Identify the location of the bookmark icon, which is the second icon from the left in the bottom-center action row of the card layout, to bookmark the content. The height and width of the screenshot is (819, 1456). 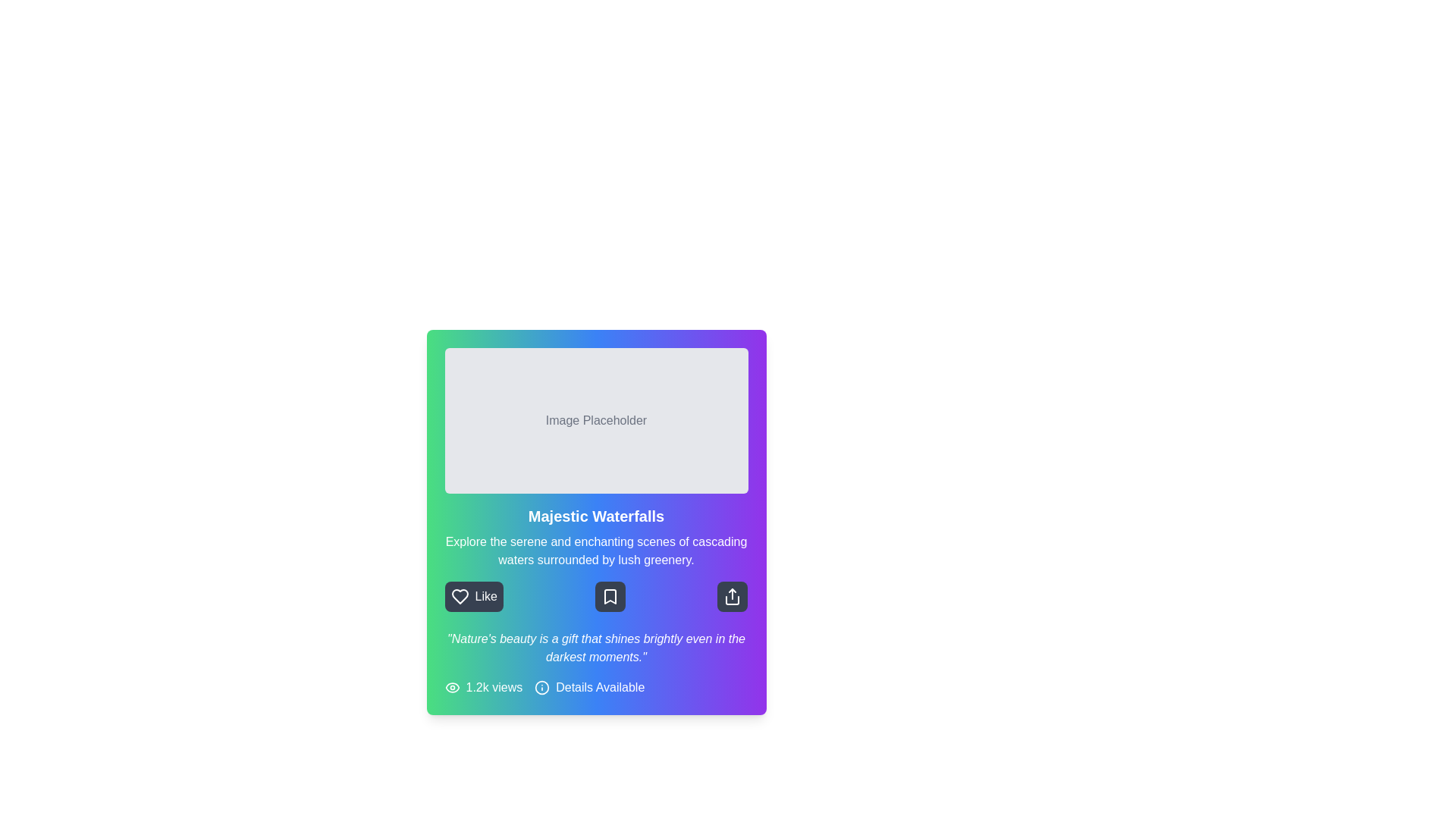
(610, 595).